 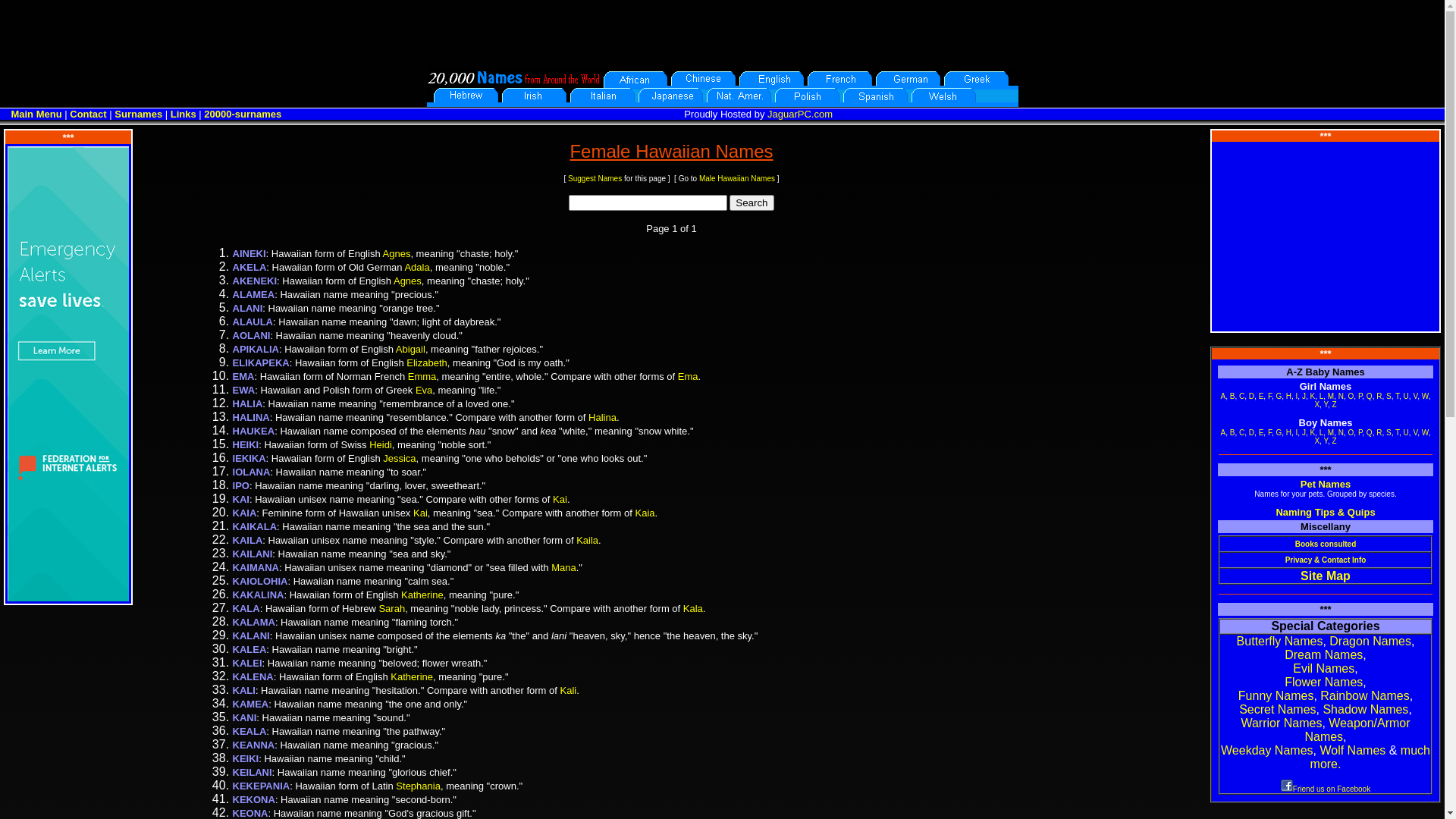 What do you see at coordinates (1251, 432) in the screenshot?
I see `'D'` at bounding box center [1251, 432].